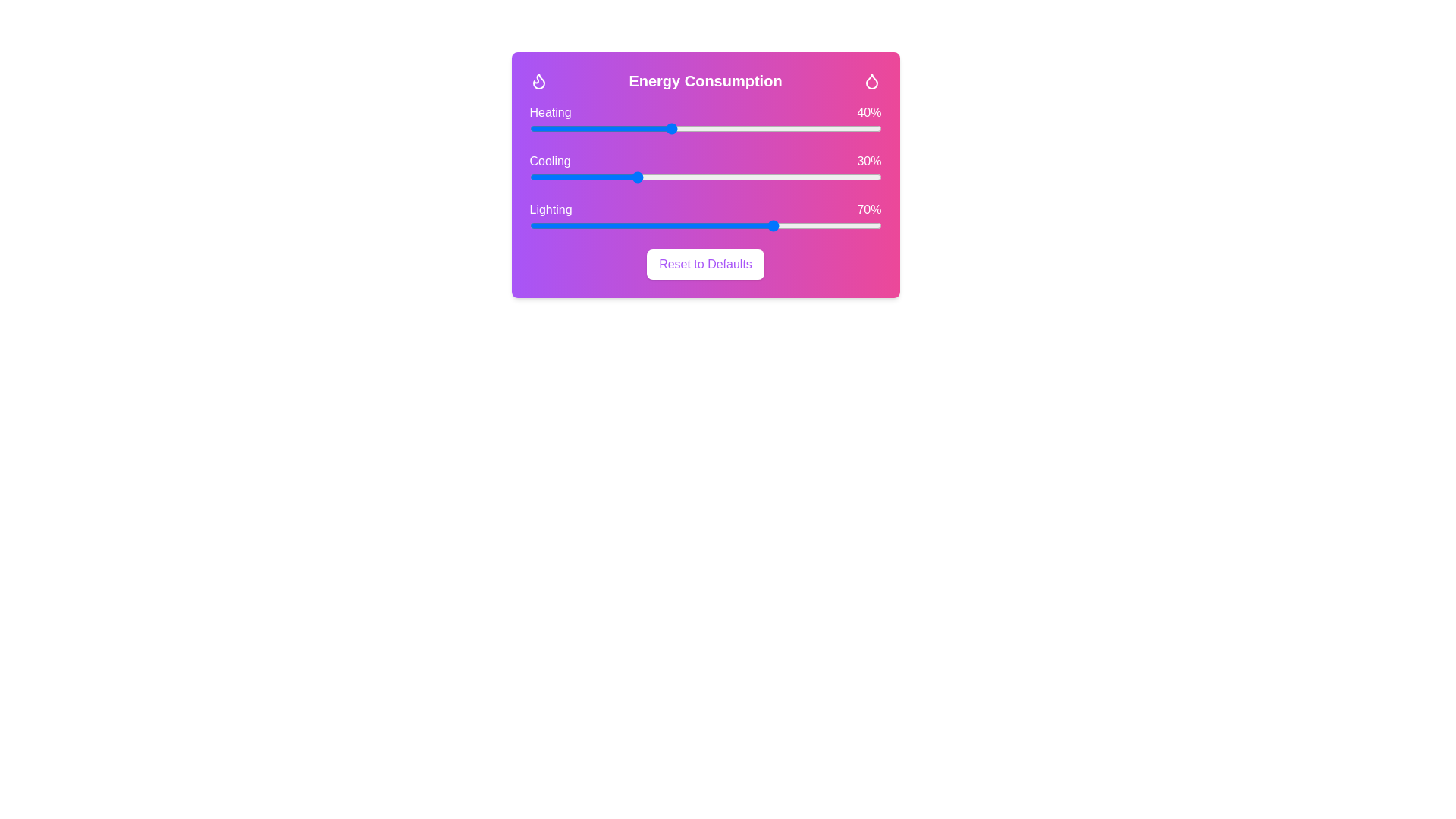  What do you see at coordinates (860, 225) in the screenshot?
I see `the 'Lighting' slider to set its value to 94` at bounding box center [860, 225].